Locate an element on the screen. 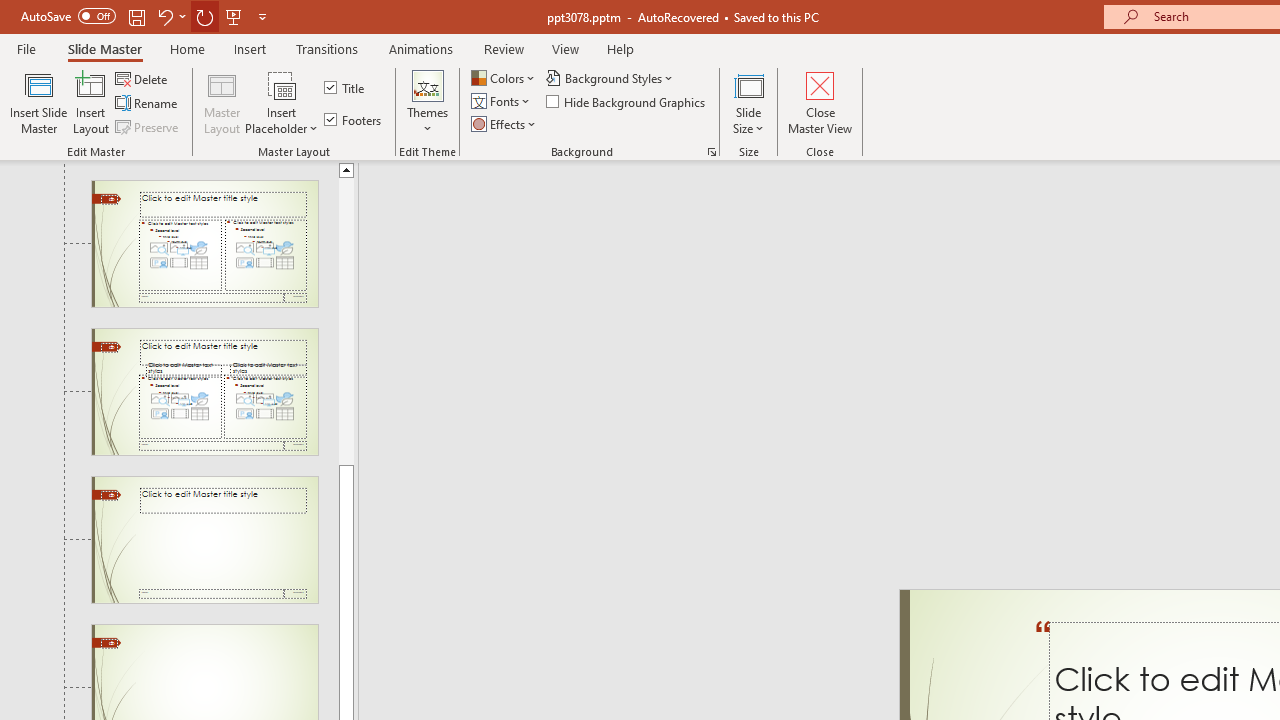 The width and height of the screenshot is (1280, 720). 'Close Master View' is located at coordinates (820, 103).